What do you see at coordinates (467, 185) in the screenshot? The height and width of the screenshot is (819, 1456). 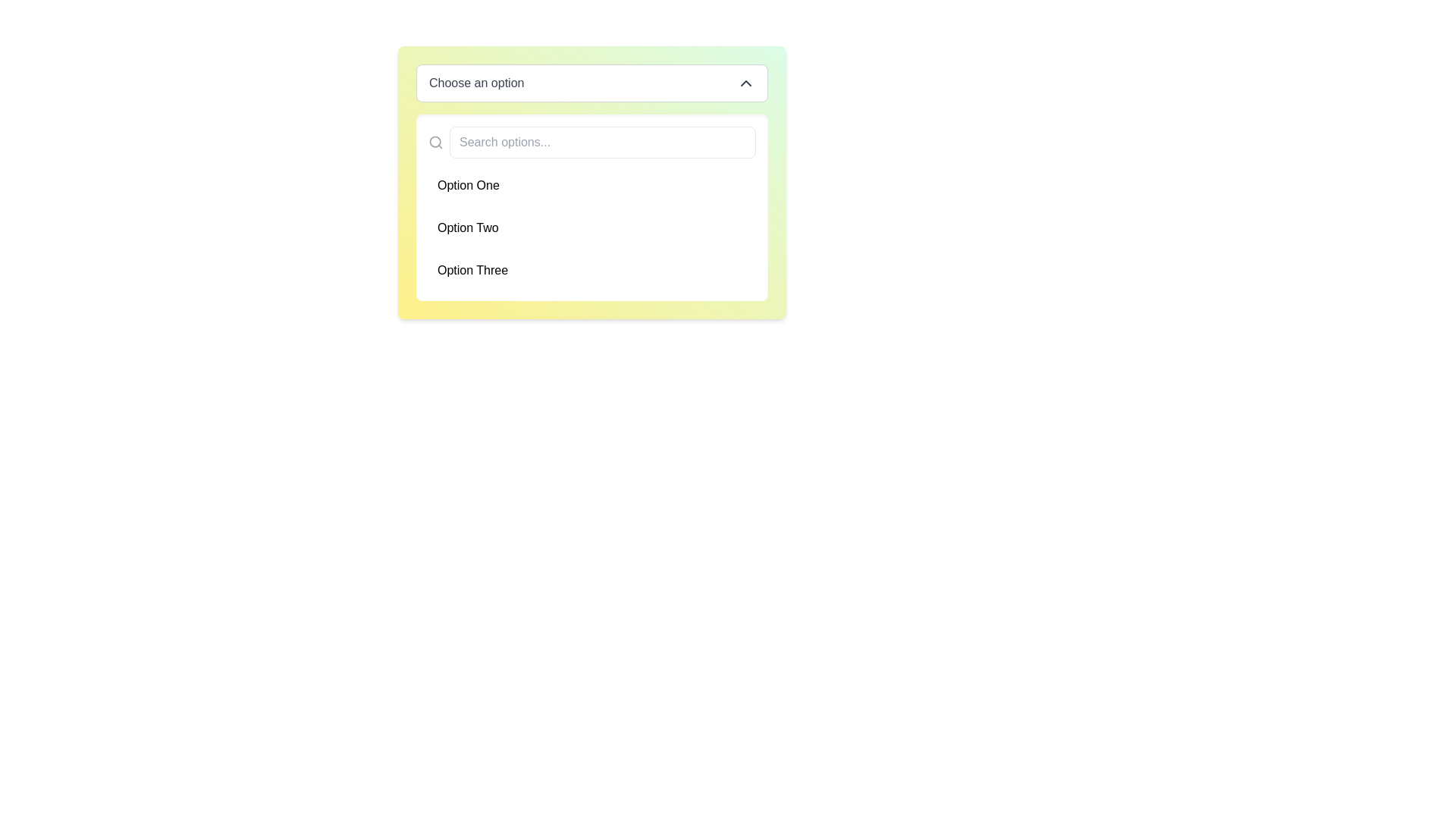 I see `the text item 'Option One'` at bounding box center [467, 185].